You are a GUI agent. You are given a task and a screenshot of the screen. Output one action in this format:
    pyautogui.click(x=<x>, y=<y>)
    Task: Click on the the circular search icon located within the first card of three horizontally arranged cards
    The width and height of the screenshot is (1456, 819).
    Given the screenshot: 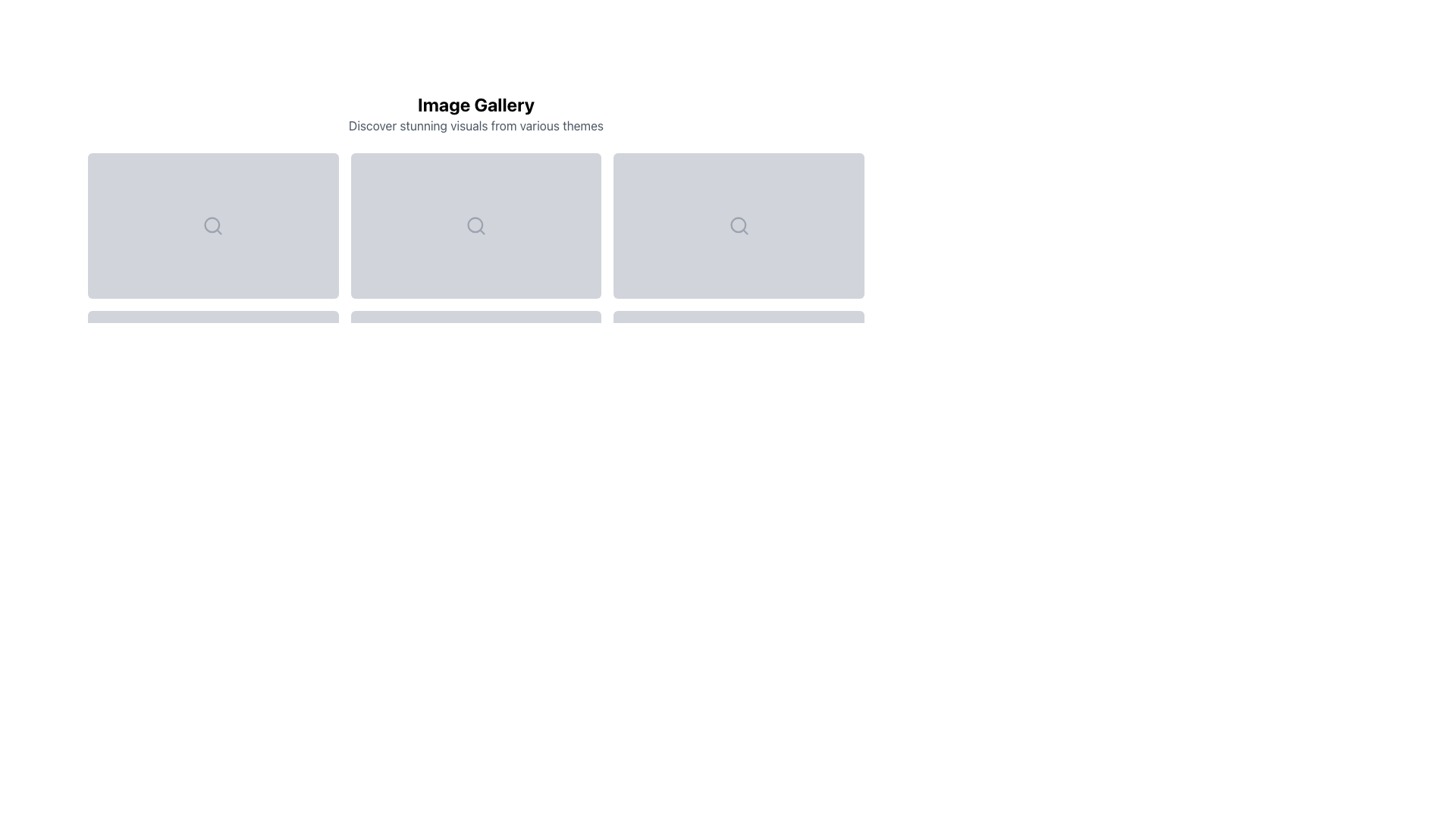 What is the action you would take?
    pyautogui.click(x=212, y=224)
    